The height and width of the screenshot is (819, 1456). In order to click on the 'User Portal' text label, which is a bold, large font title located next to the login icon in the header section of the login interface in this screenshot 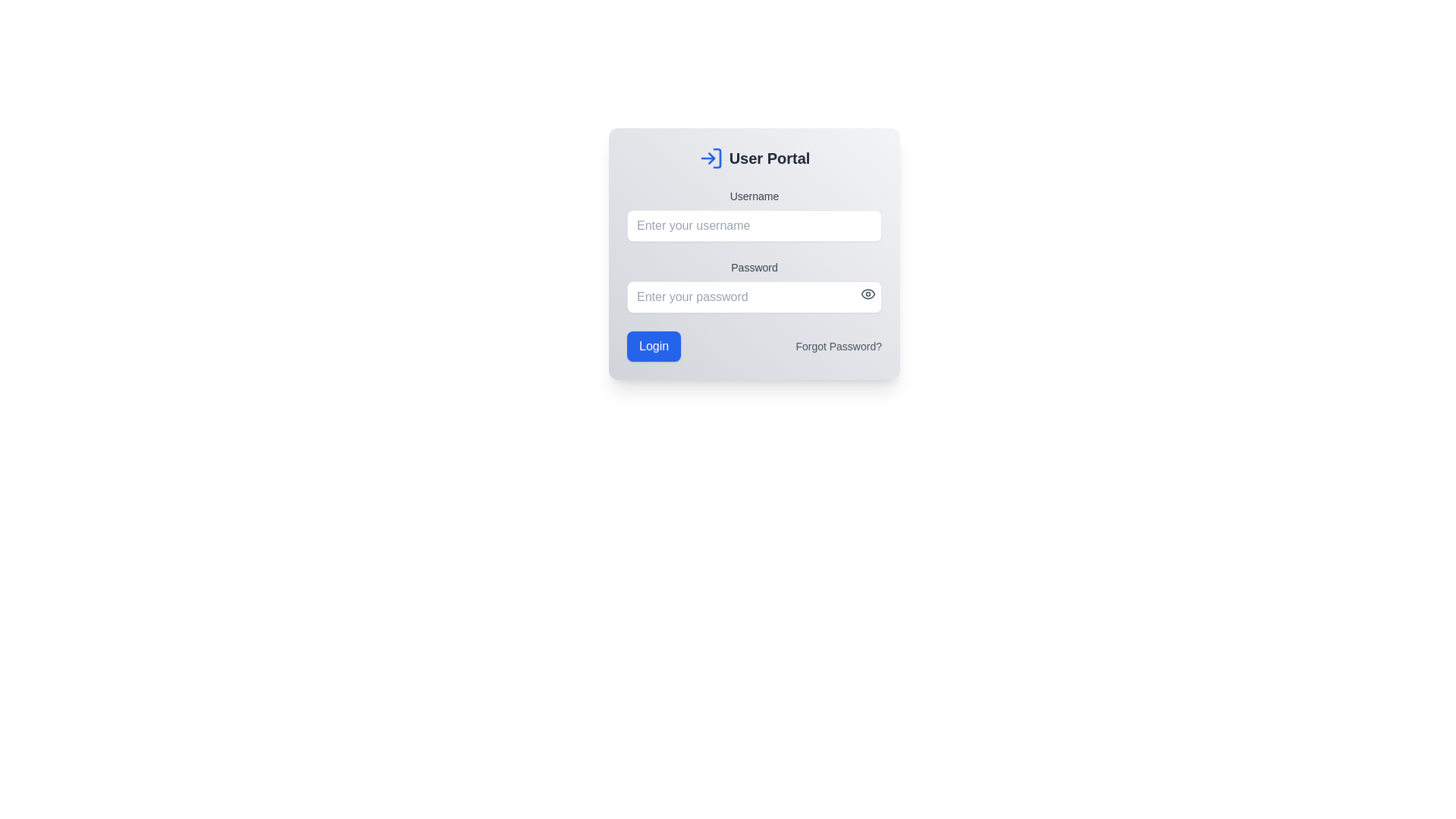, I will do `click(769, 158)`.